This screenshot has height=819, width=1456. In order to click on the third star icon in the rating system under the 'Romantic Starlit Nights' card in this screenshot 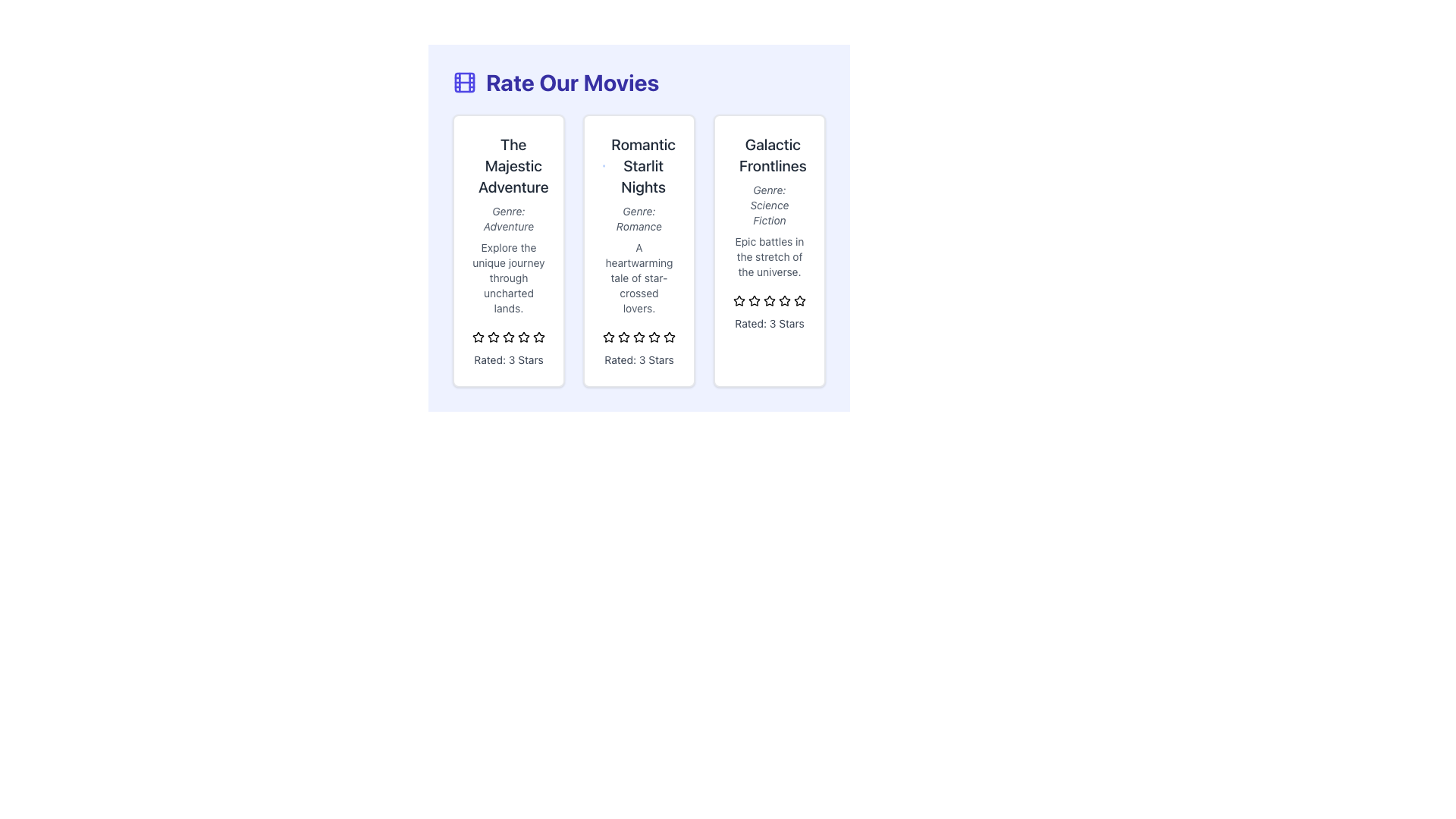, I will do `click(639, 336)`.